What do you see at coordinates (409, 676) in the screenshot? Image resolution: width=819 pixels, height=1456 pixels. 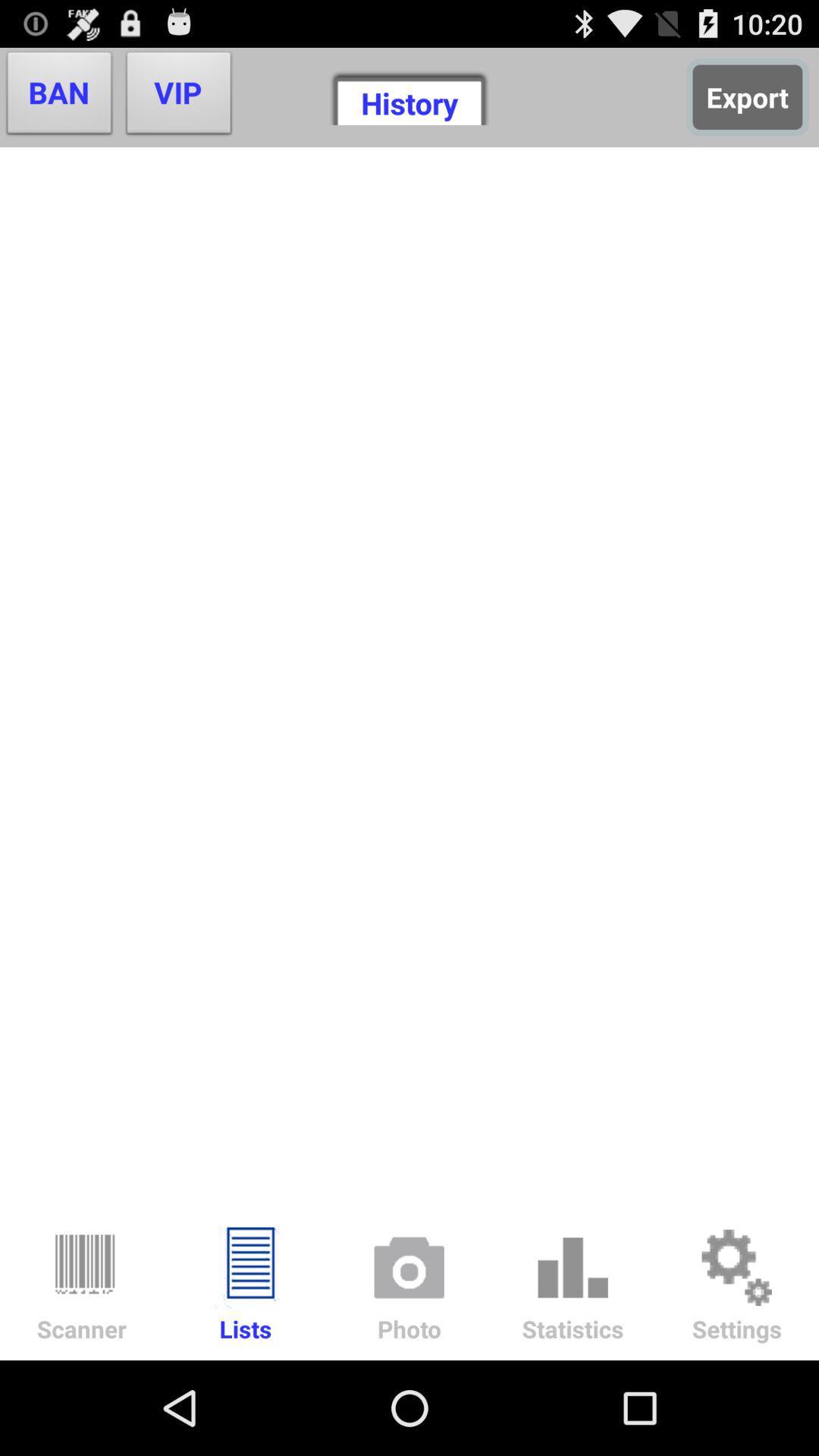 I see `the icon at the center` at bounding box center [409, 676].